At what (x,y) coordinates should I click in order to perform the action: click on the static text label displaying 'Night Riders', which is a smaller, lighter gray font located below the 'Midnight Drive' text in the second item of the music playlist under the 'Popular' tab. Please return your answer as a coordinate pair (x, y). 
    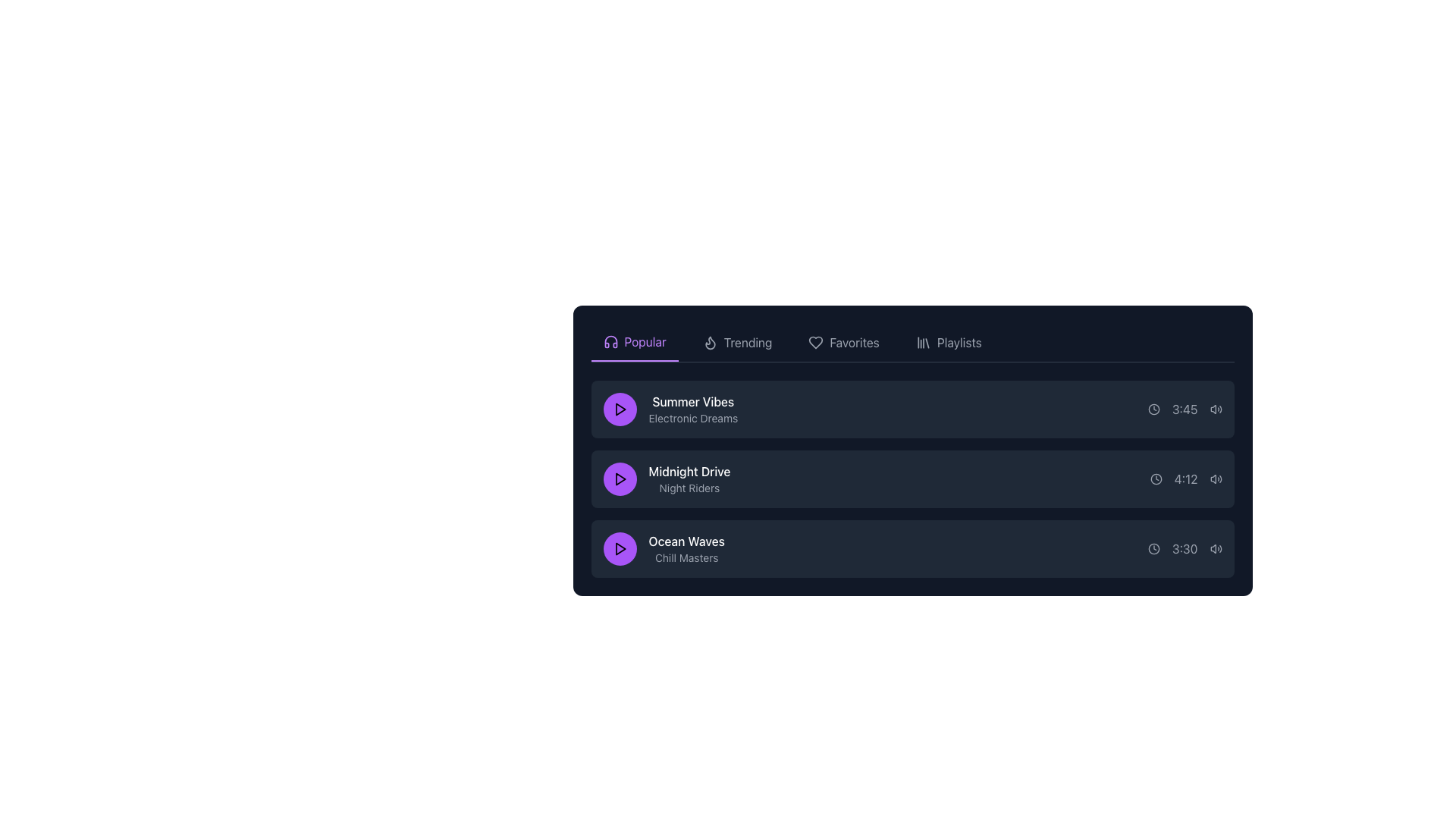
    Looking at the image, I should click on (689, 488).